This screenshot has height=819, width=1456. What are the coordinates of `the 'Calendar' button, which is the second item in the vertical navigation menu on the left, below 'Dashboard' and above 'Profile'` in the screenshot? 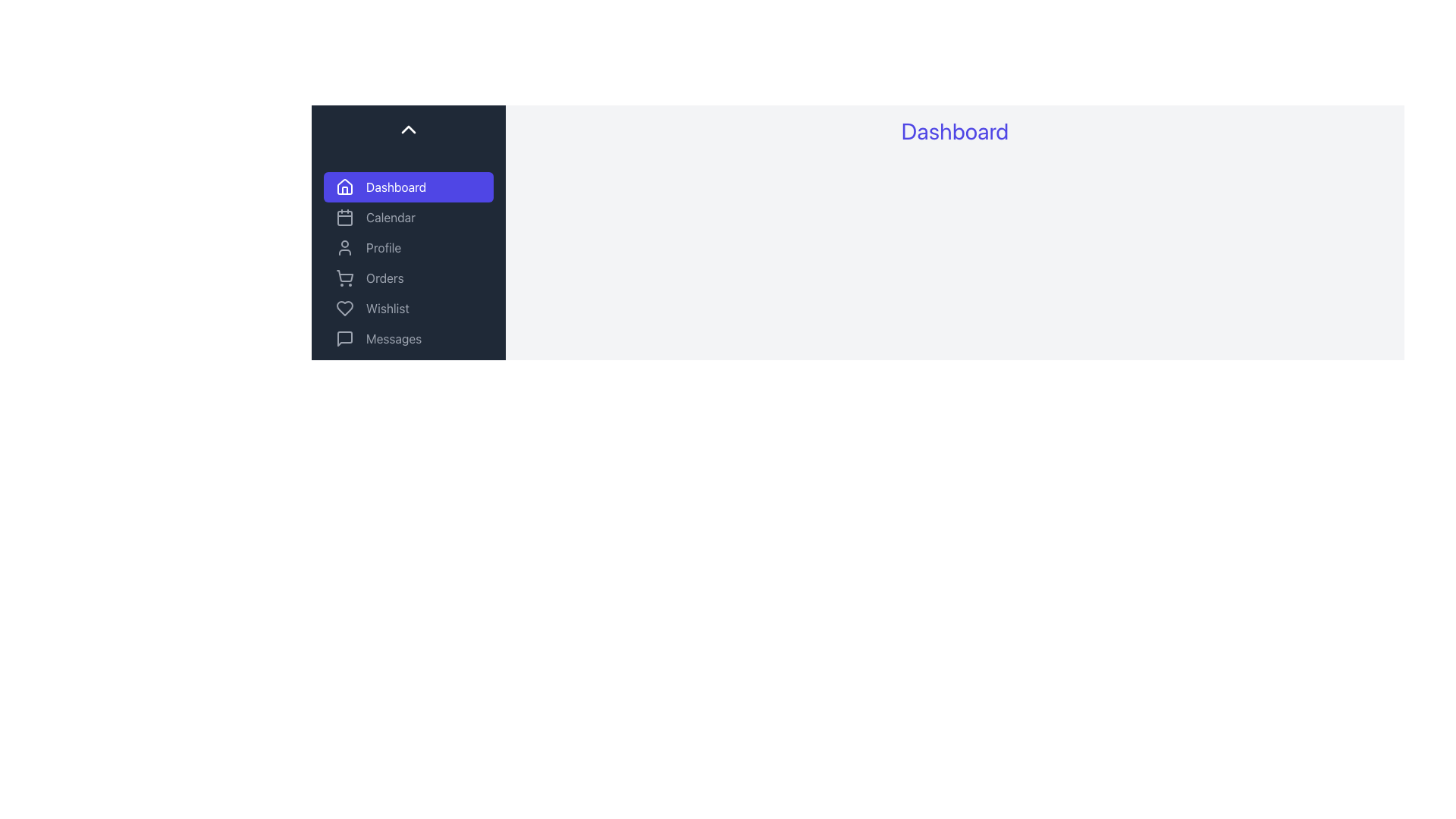 It's located at (408, 217).